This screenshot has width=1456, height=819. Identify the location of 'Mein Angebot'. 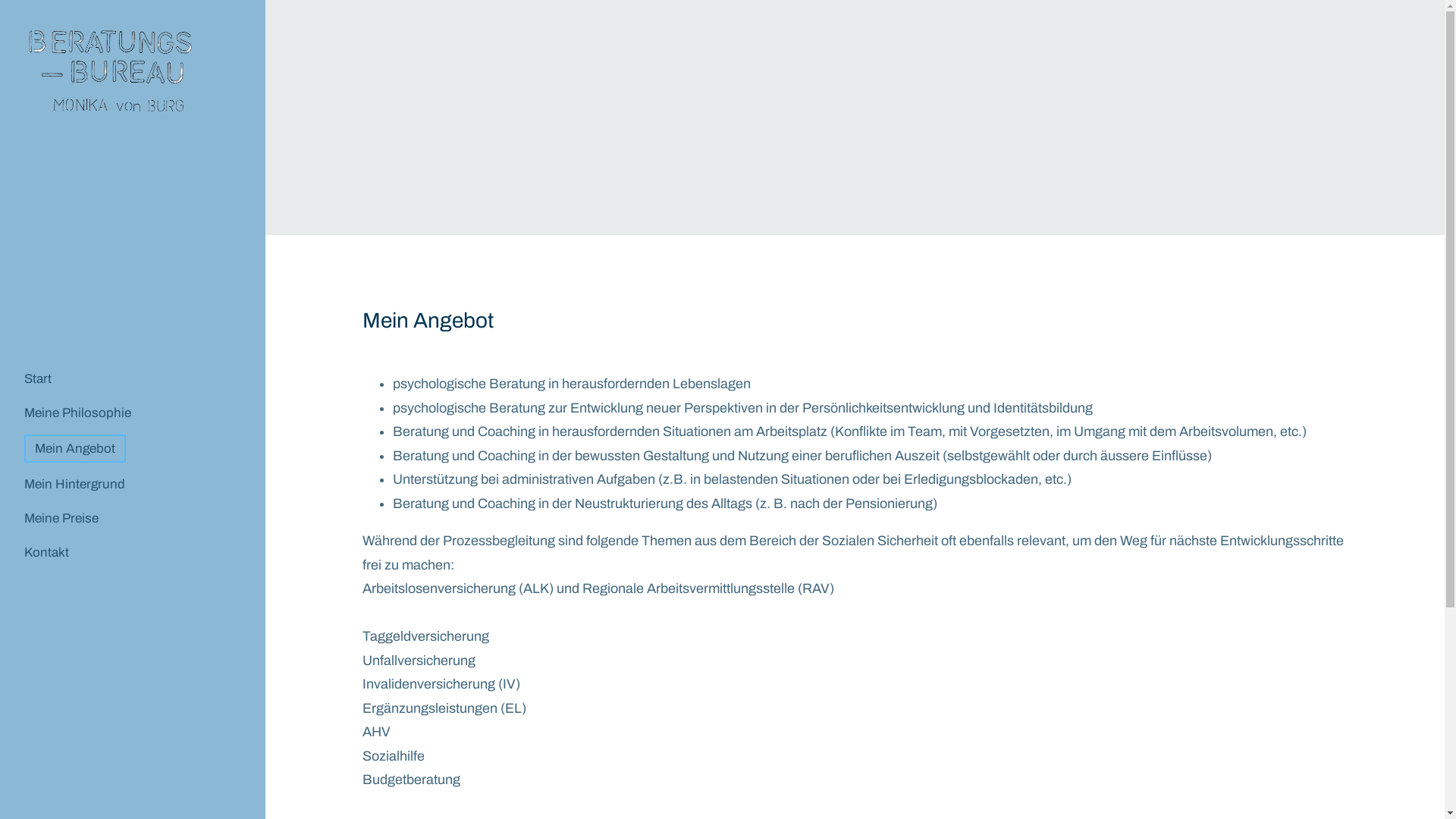
(74, 447).